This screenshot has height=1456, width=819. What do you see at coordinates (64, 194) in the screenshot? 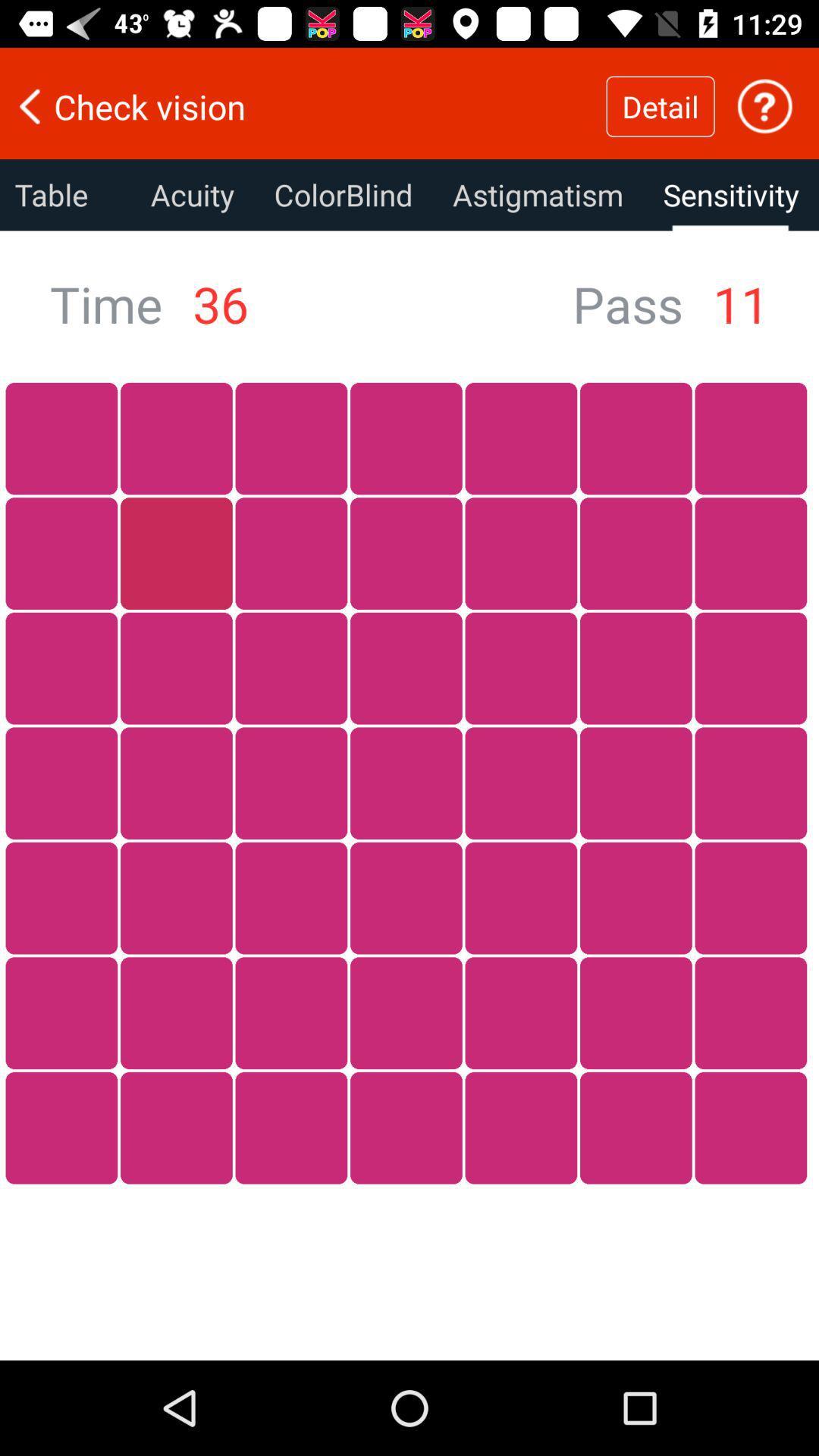
I see `item above the time` at bounding box center [64, 194].